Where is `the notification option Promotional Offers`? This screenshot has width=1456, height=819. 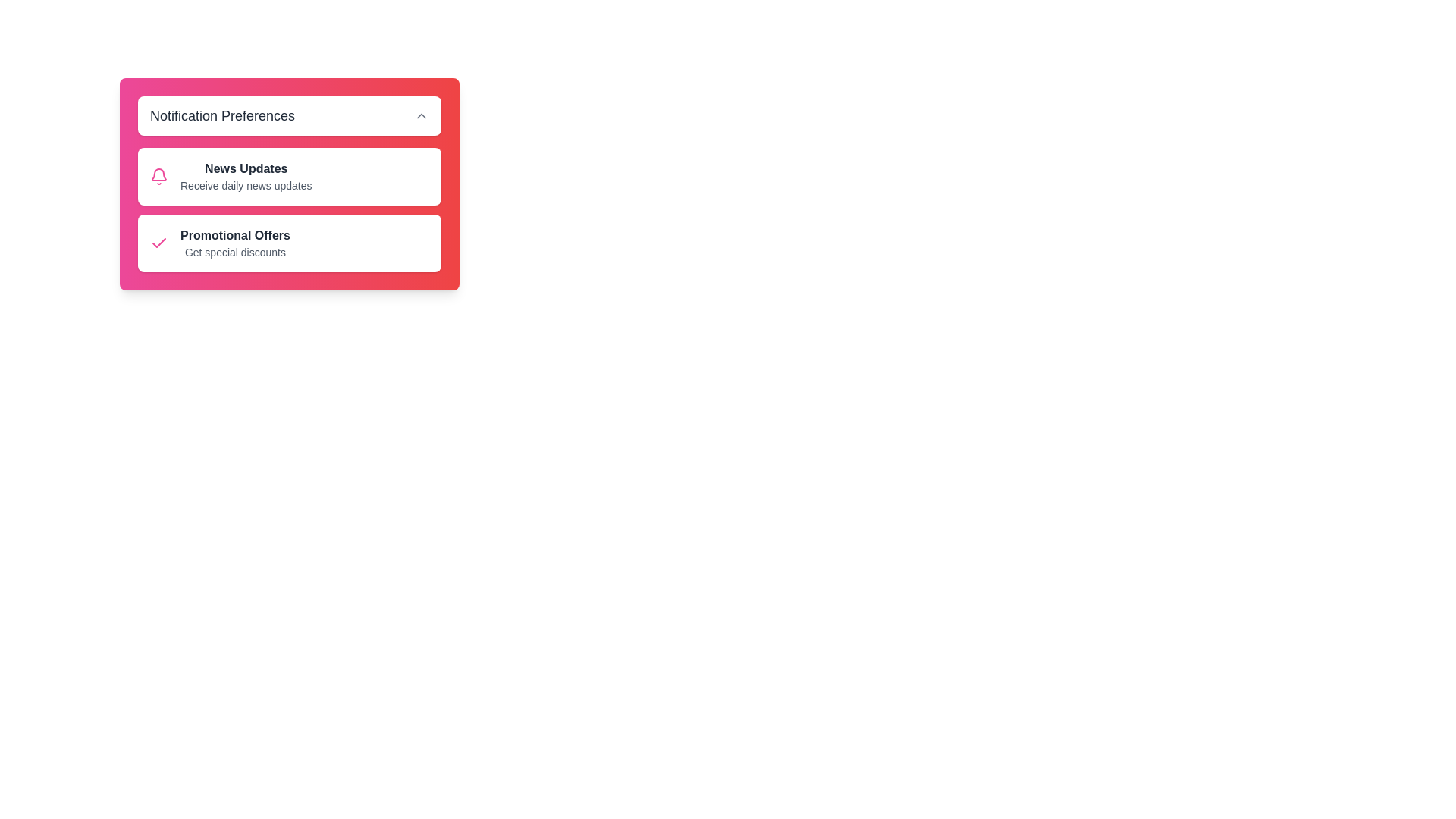
the notification option Promotional Offers is located at coordinates (290, 242).